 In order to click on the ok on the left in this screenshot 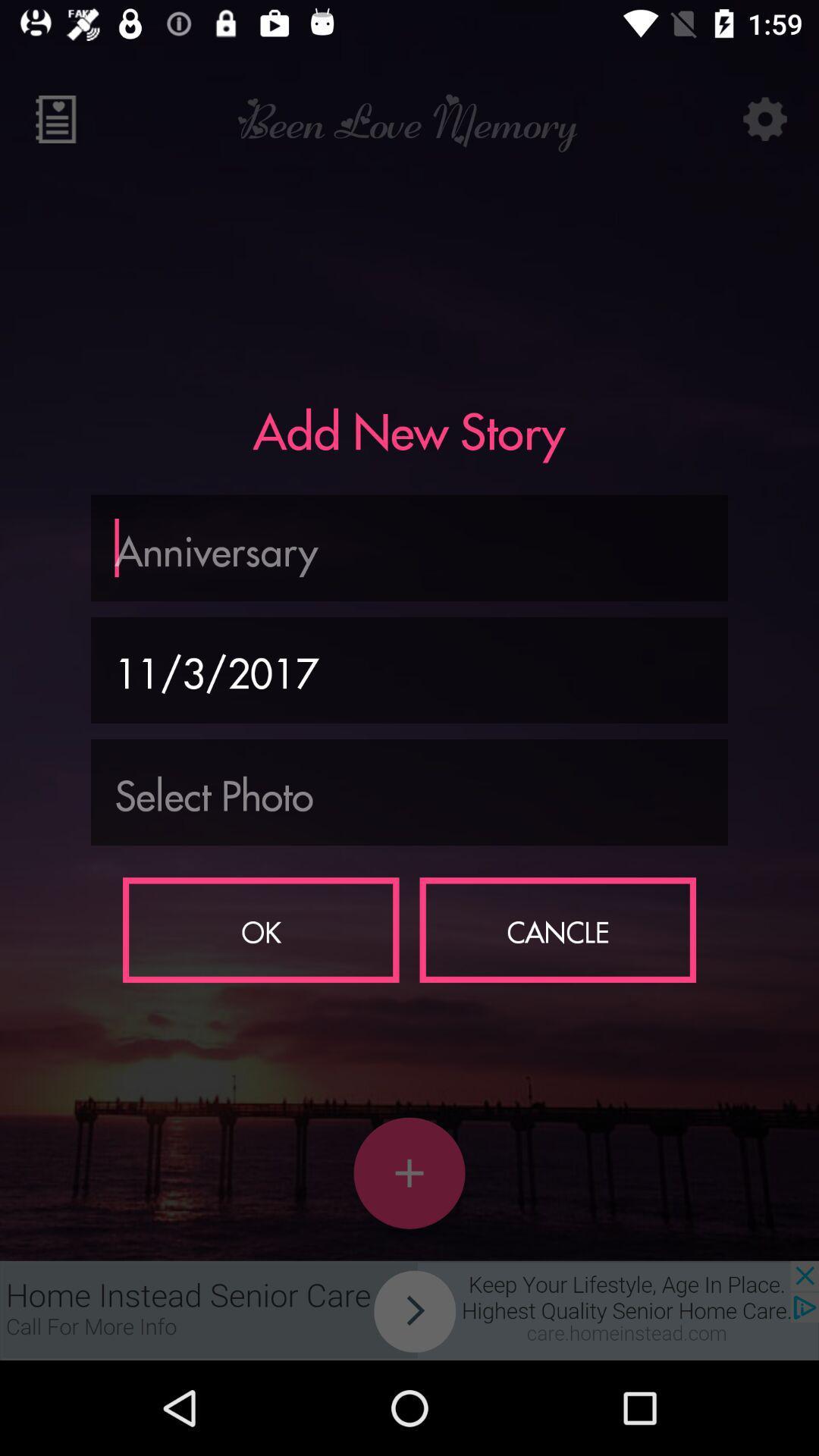, I will do `click(260, 929)`.